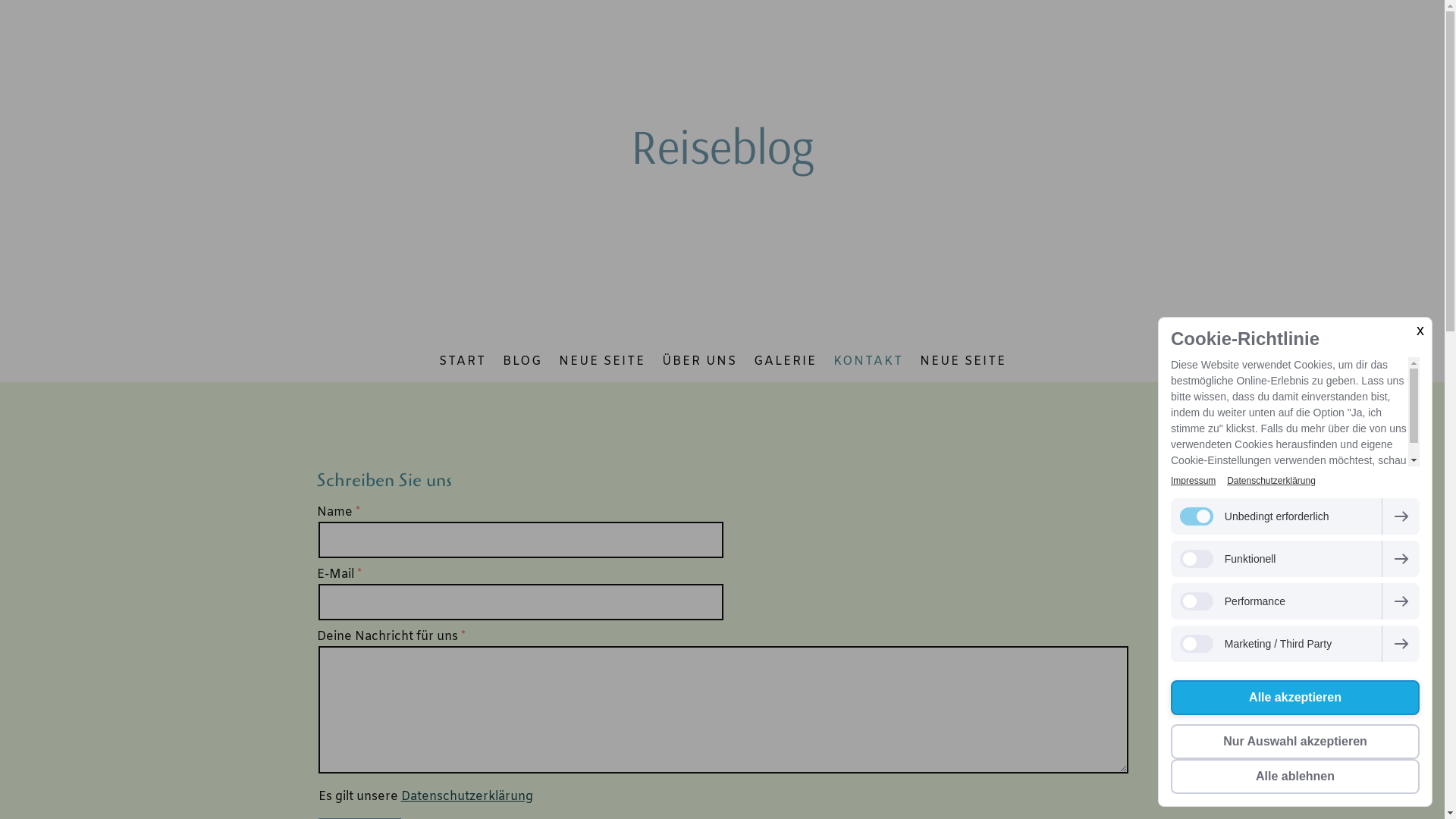  What do you see at coordinates (522, 362) in the screenshot?
I see `'BLOG'` at bounding box center [522, 362].